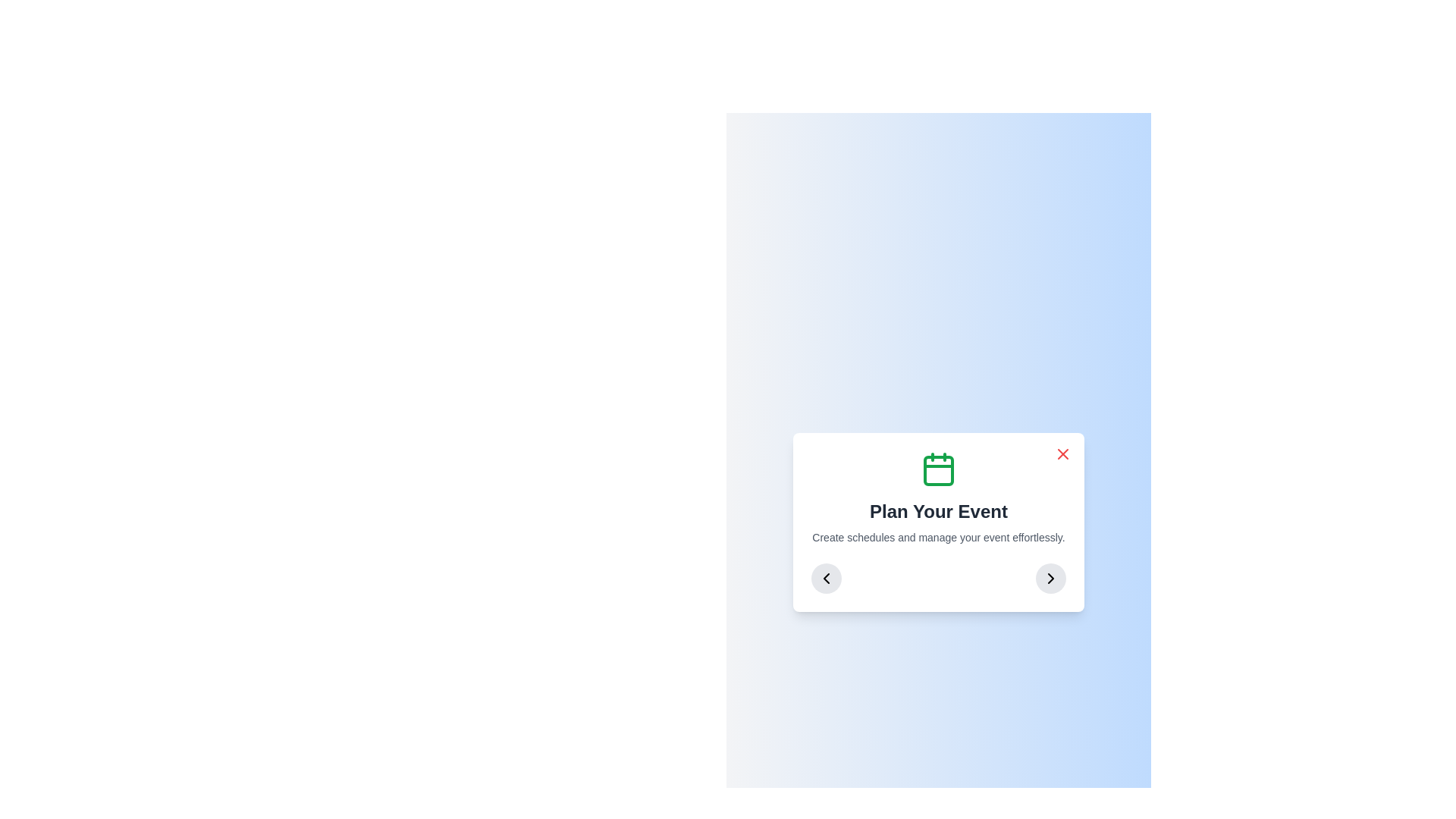  What do you see at coordinates (1062, 453) in the screenshot?
I see `the red 'X' button located at the top-right corner of the dialog box to observe the hover effect` at bounding box center [1062, 453].